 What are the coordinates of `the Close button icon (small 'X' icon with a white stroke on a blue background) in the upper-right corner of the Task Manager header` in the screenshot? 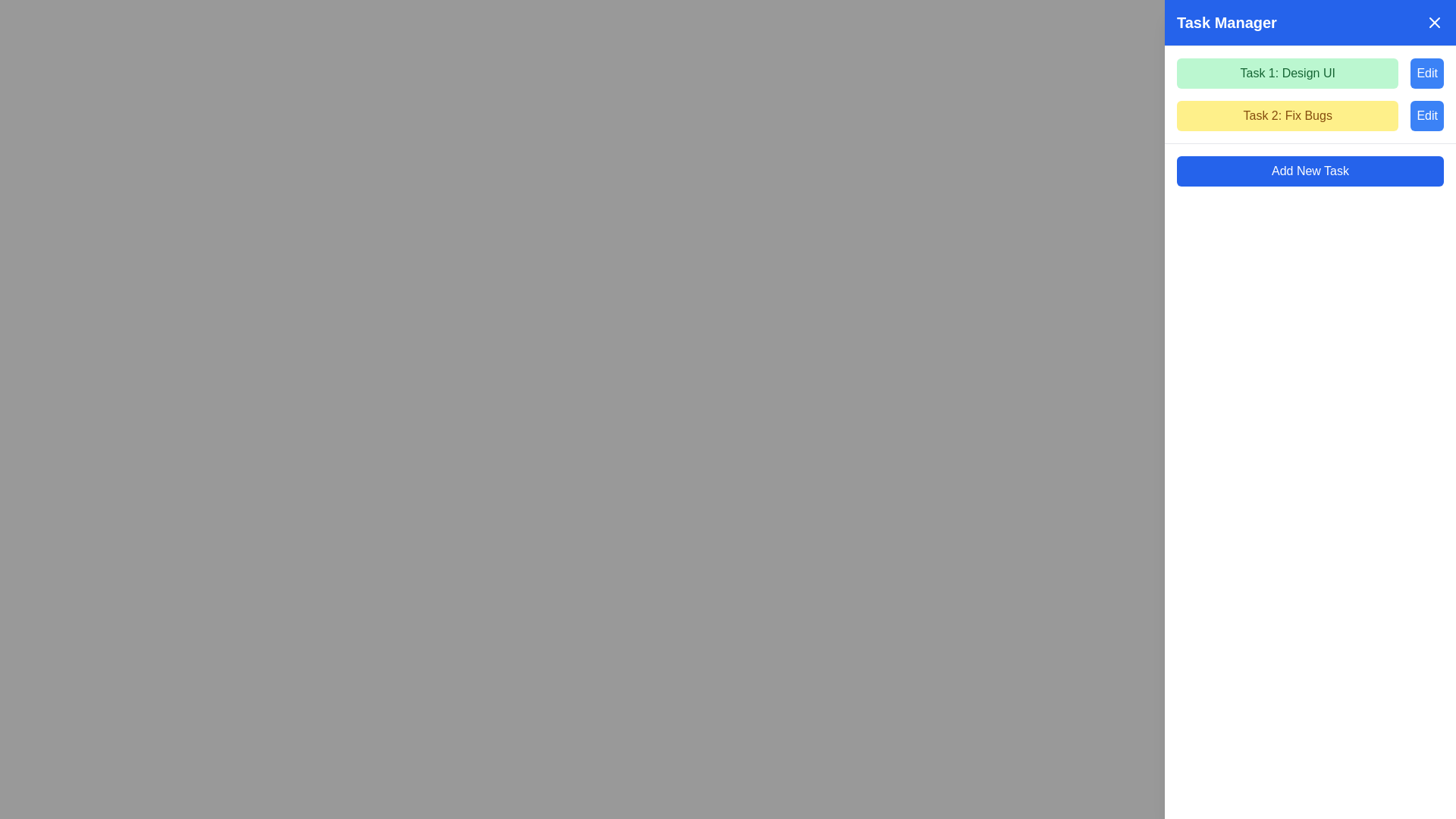 It's located at (1433, 23).